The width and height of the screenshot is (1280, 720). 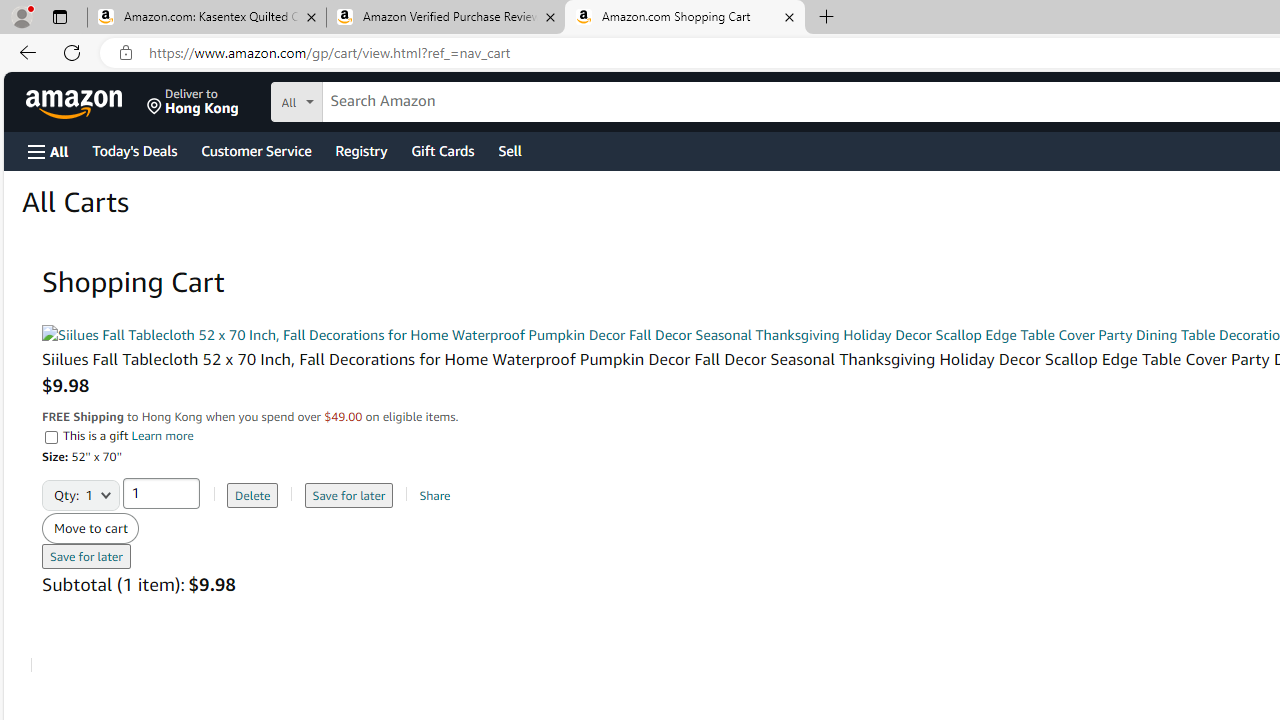 What do you see at coordinates (684, 17) in the screenshot?
I see `'Amazon.com Shopping Cart'` at bounding box center [684, 17].